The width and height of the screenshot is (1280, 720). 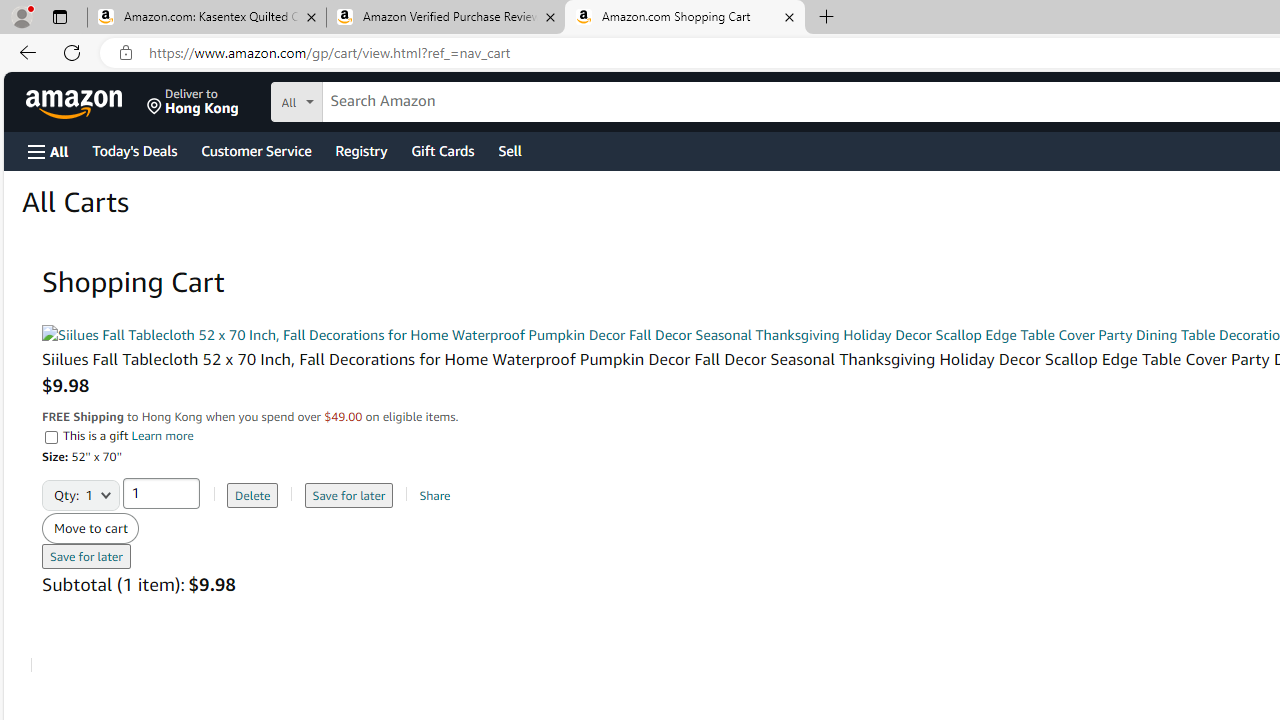 What do you see at coordinates (684, 17) in the screenshot?
I see `'Amazon.com Shopping Cart'` at bounding box center [684, 17].